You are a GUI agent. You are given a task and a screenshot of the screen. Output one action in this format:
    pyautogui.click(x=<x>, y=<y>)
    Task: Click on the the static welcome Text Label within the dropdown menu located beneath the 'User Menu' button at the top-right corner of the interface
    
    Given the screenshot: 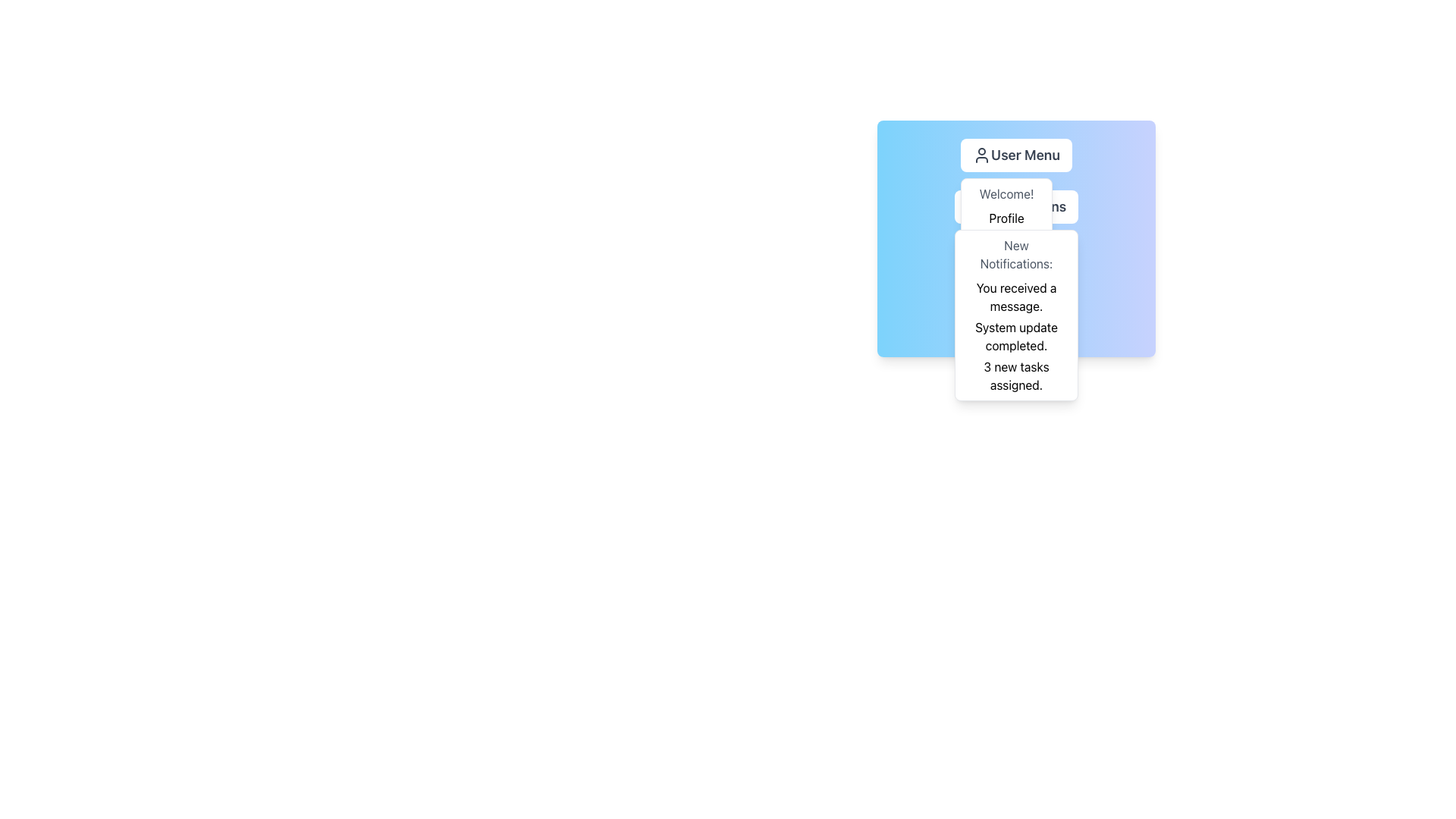 What is the action you would take?
    pyautogui.click(x=1006, y=193)
    